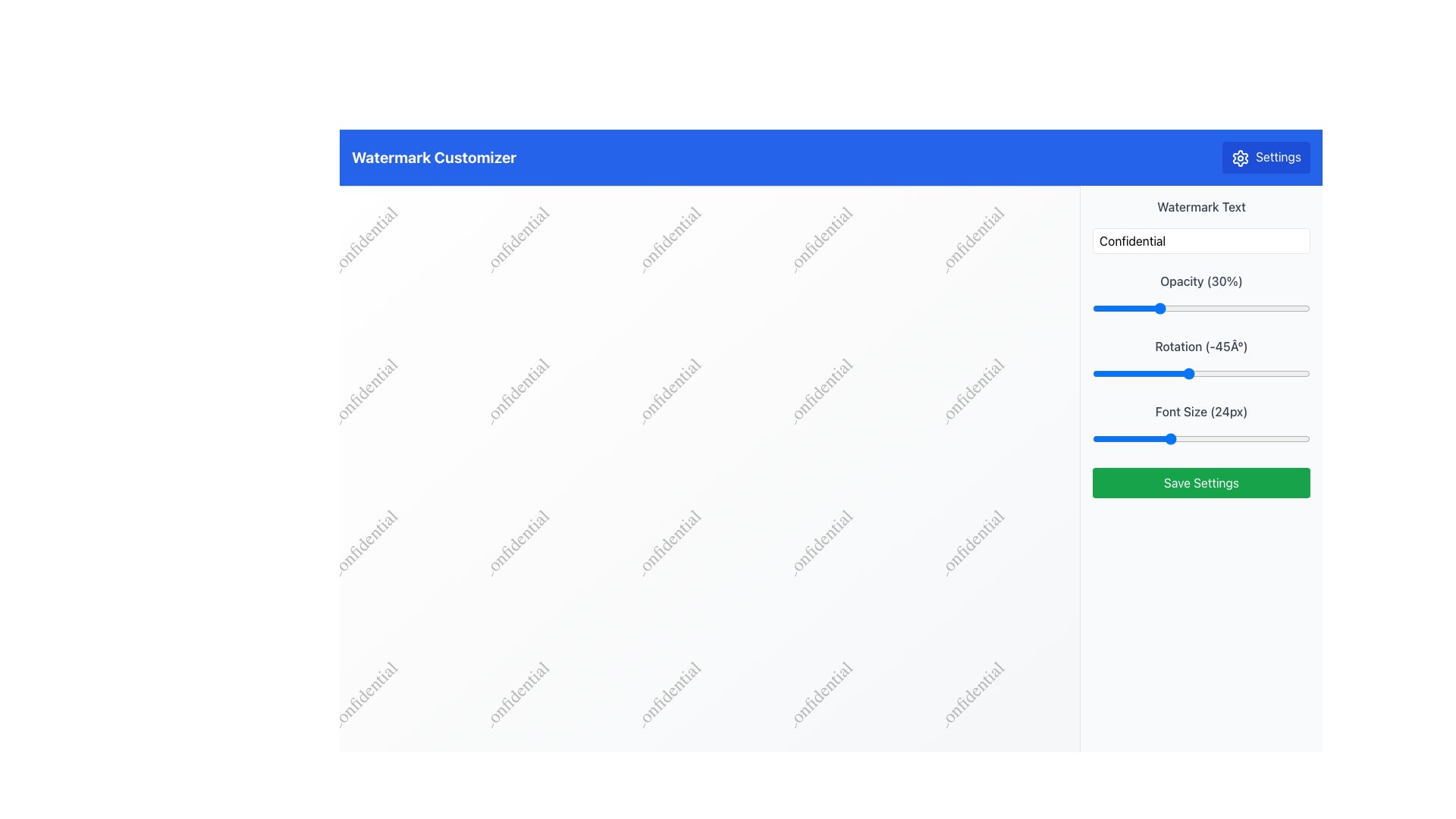  I want to click on the opacity, so click(1219, 307).